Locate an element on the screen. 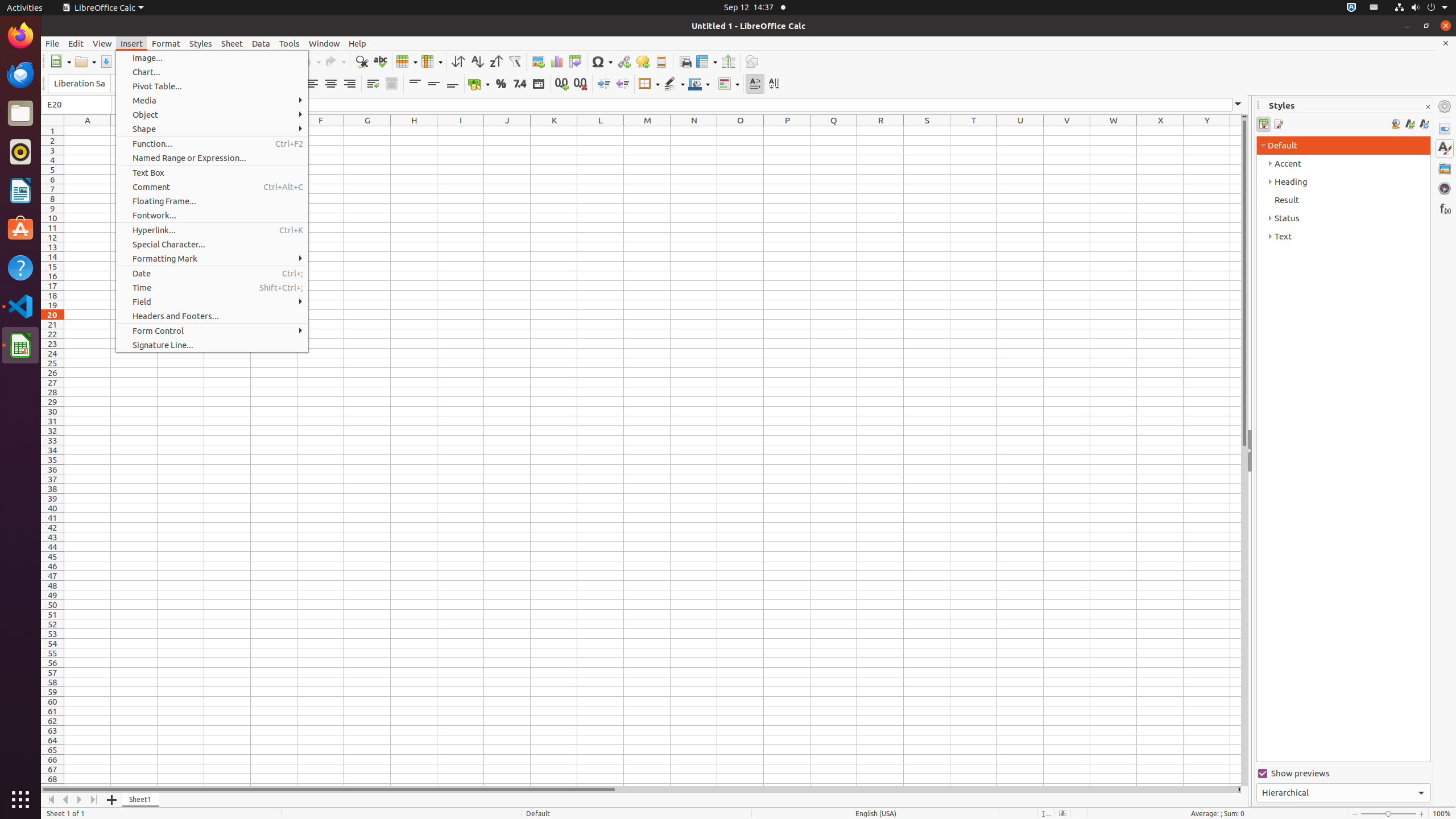  'Cell Styles' is located at coordinates (1263, 124).